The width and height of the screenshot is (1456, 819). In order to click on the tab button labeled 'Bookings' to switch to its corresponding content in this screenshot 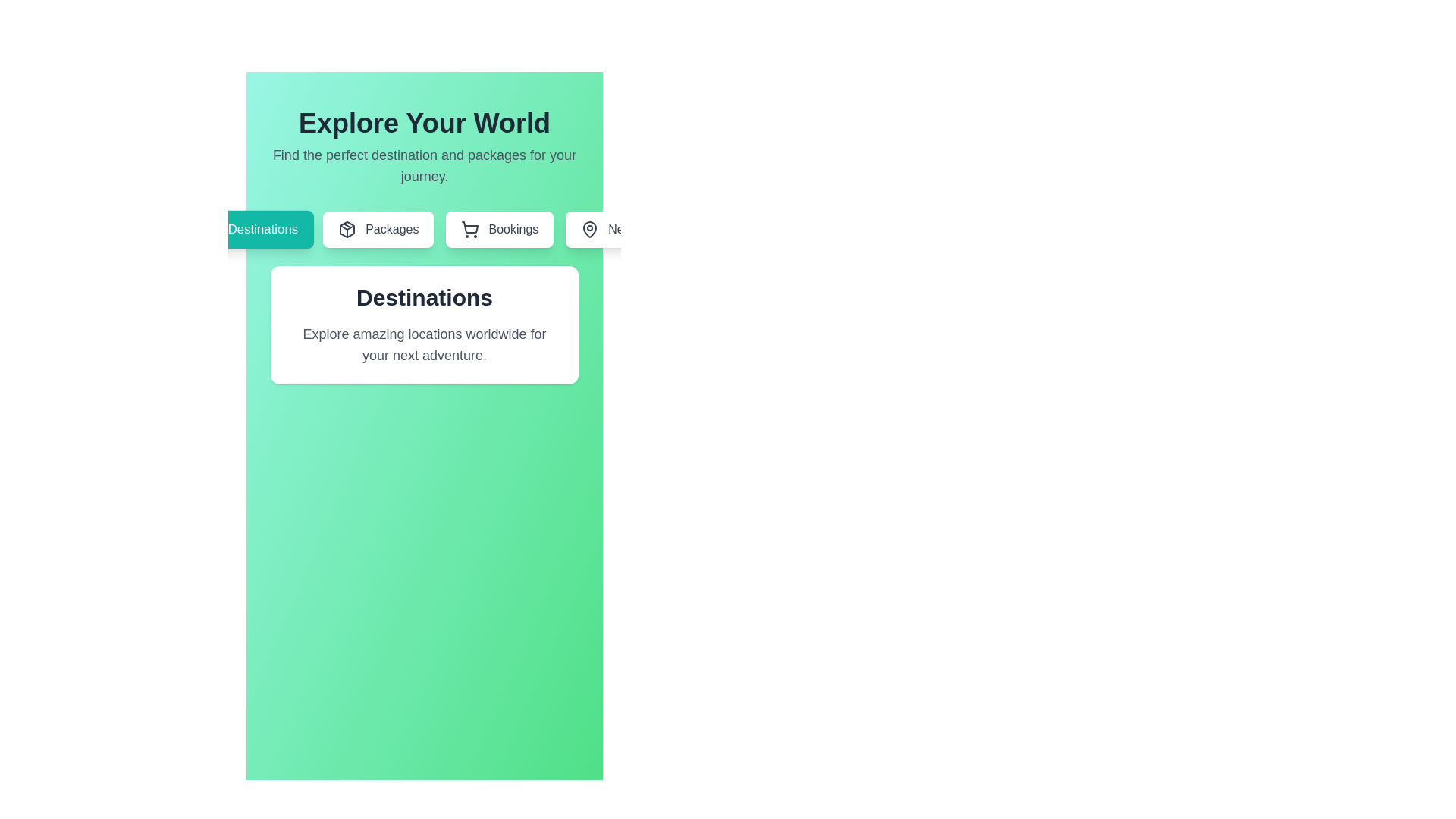, I will do `click(500, 230)`.